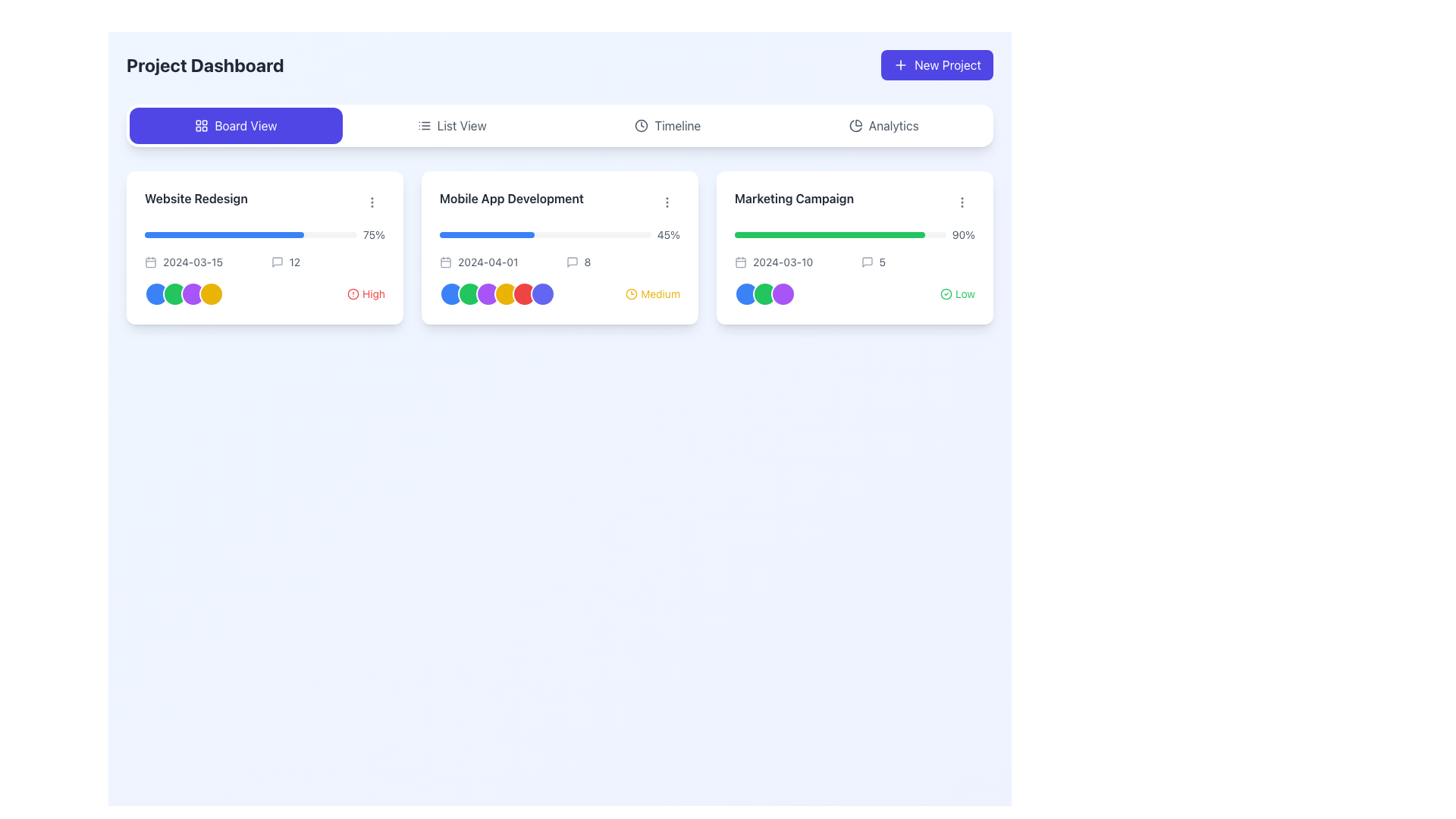 Image resolution: width=1456 pixels, height=819 pixels. I want to click on the vertical ellipsis icon located at the top-right corner of the 'Marketing Campaign' card, so click(961, 201).